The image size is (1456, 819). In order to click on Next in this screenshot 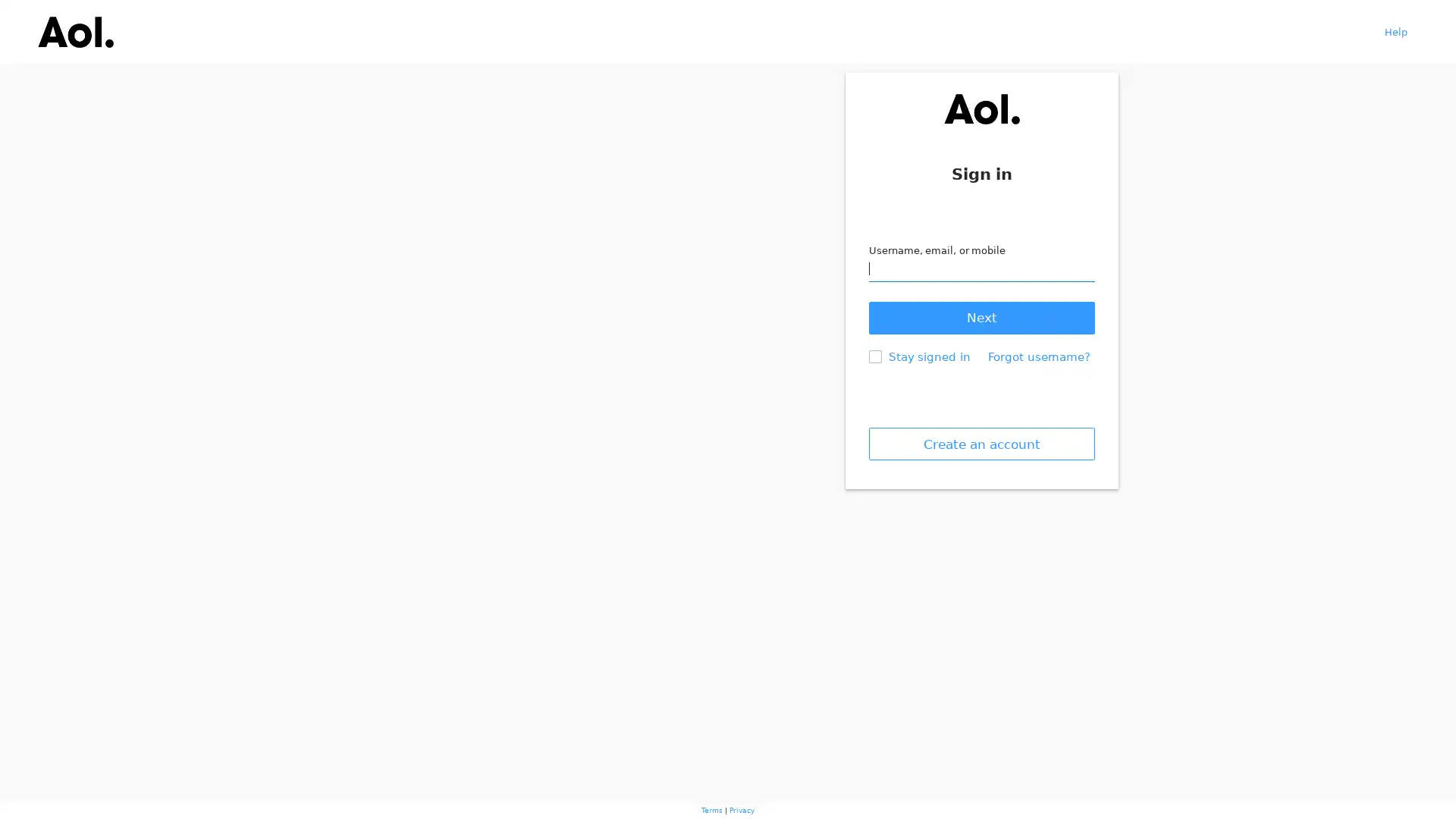, I will do `click(981, 317)`.